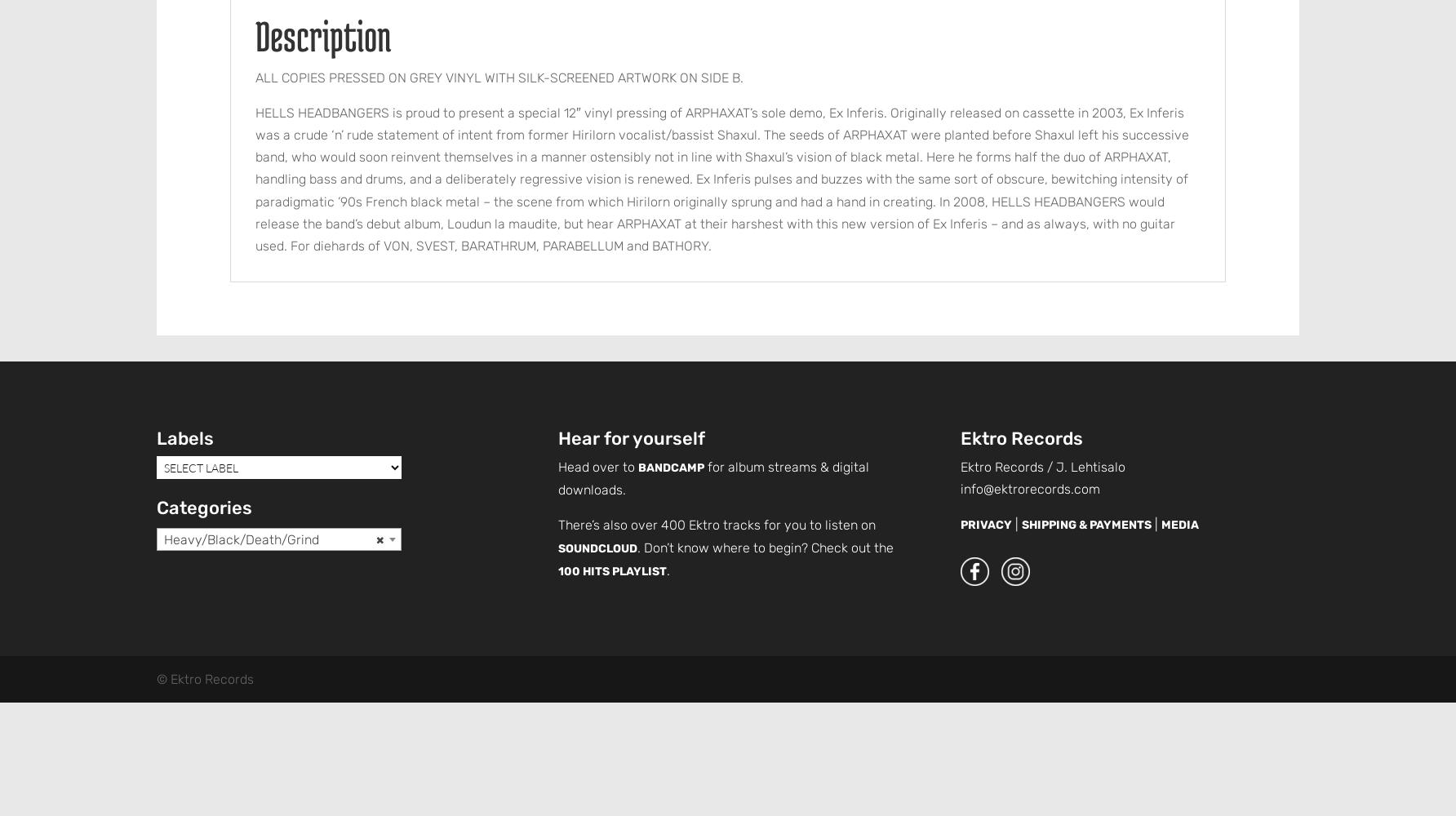 The width and height of the screenshot is (1456, 816). I want to click on 'info@ektrorecords.com', so click(1028, 488).